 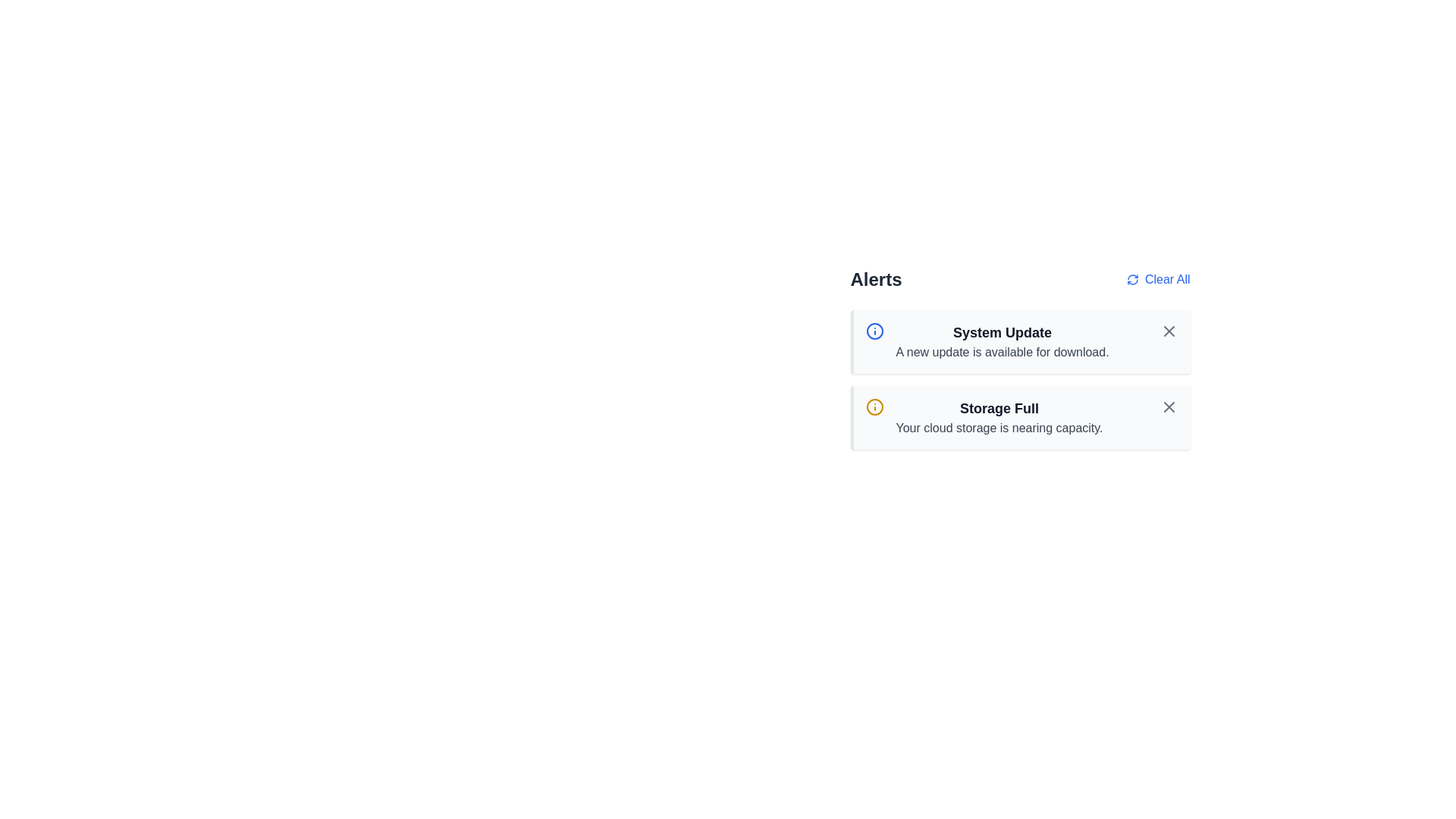 What do you see at coordinates (1020, 342) in the screenshot?
I see `the content of the alert titled 'System Update'` at bounding box center [1020, 342].